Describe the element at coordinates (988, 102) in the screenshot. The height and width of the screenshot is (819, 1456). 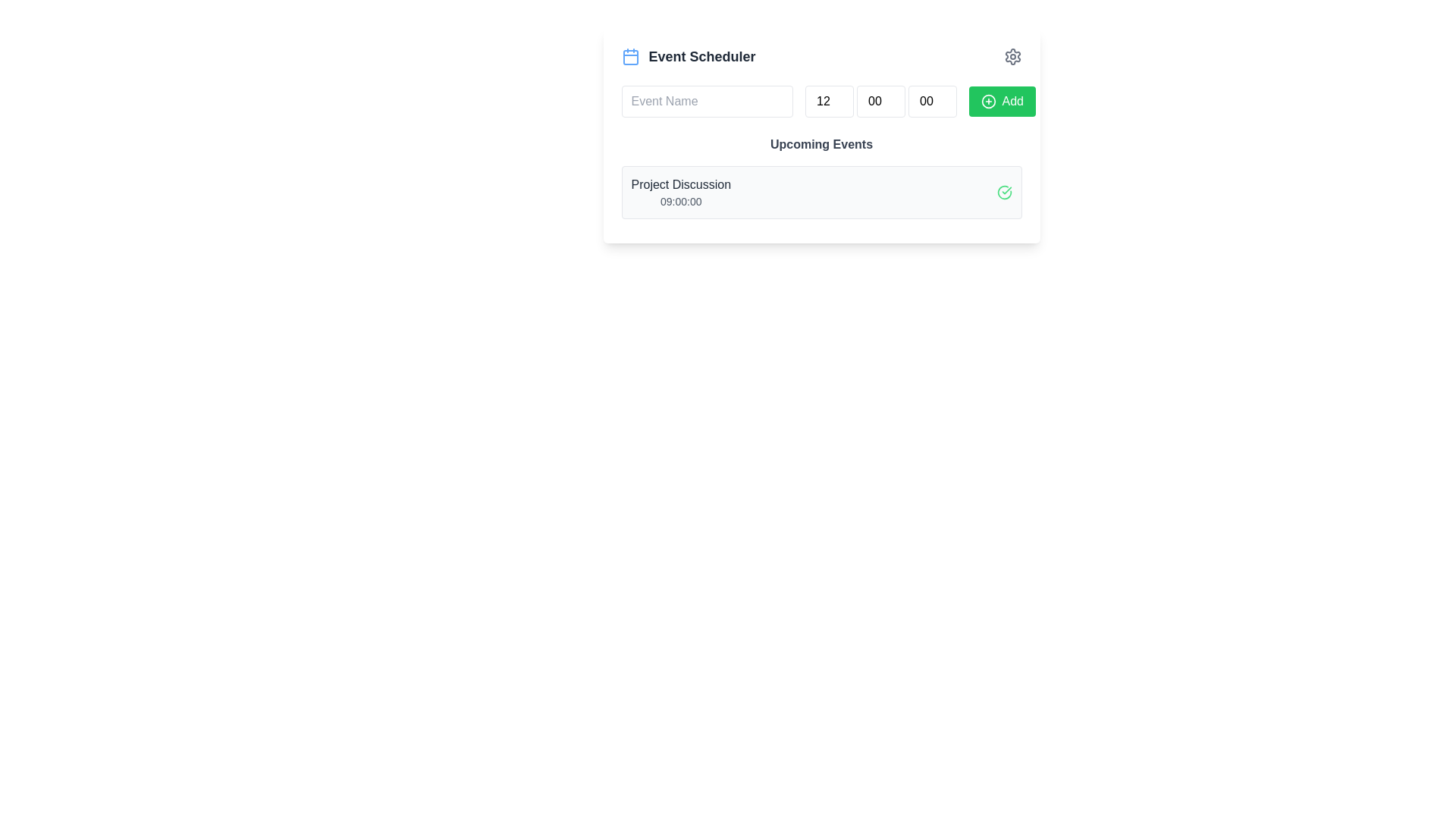
I see `the circular SVG graphical element that defines the outer boundary of the interactive button labeled 'Add' located at the top-right corner of the interface` at that location.